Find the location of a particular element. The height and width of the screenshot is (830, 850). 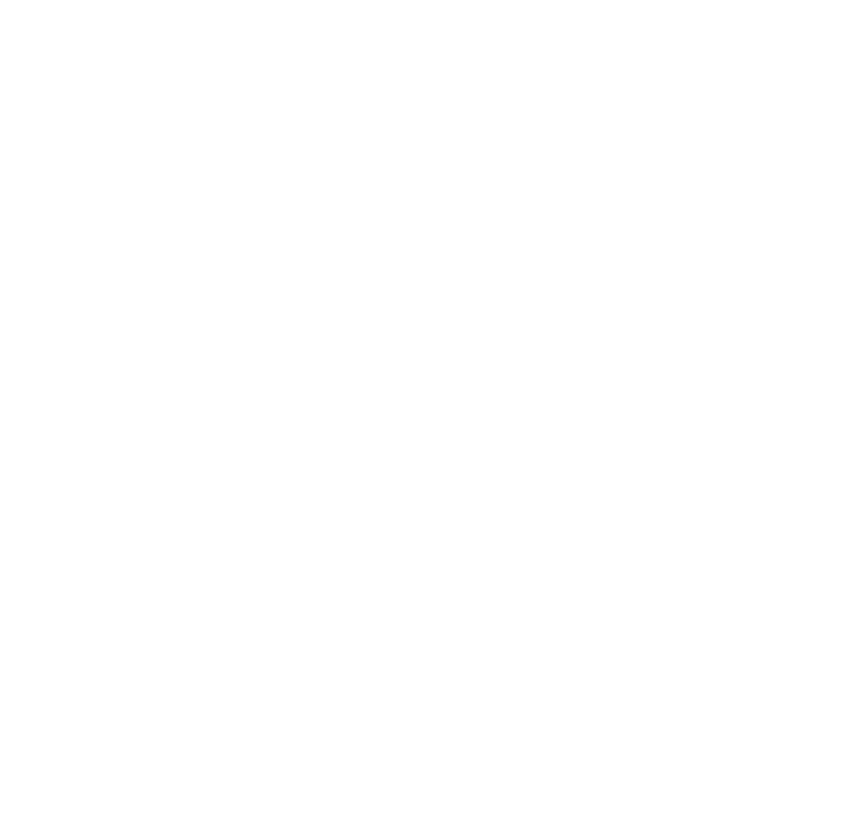

'Size Range' is located at coordinates (171, 515).